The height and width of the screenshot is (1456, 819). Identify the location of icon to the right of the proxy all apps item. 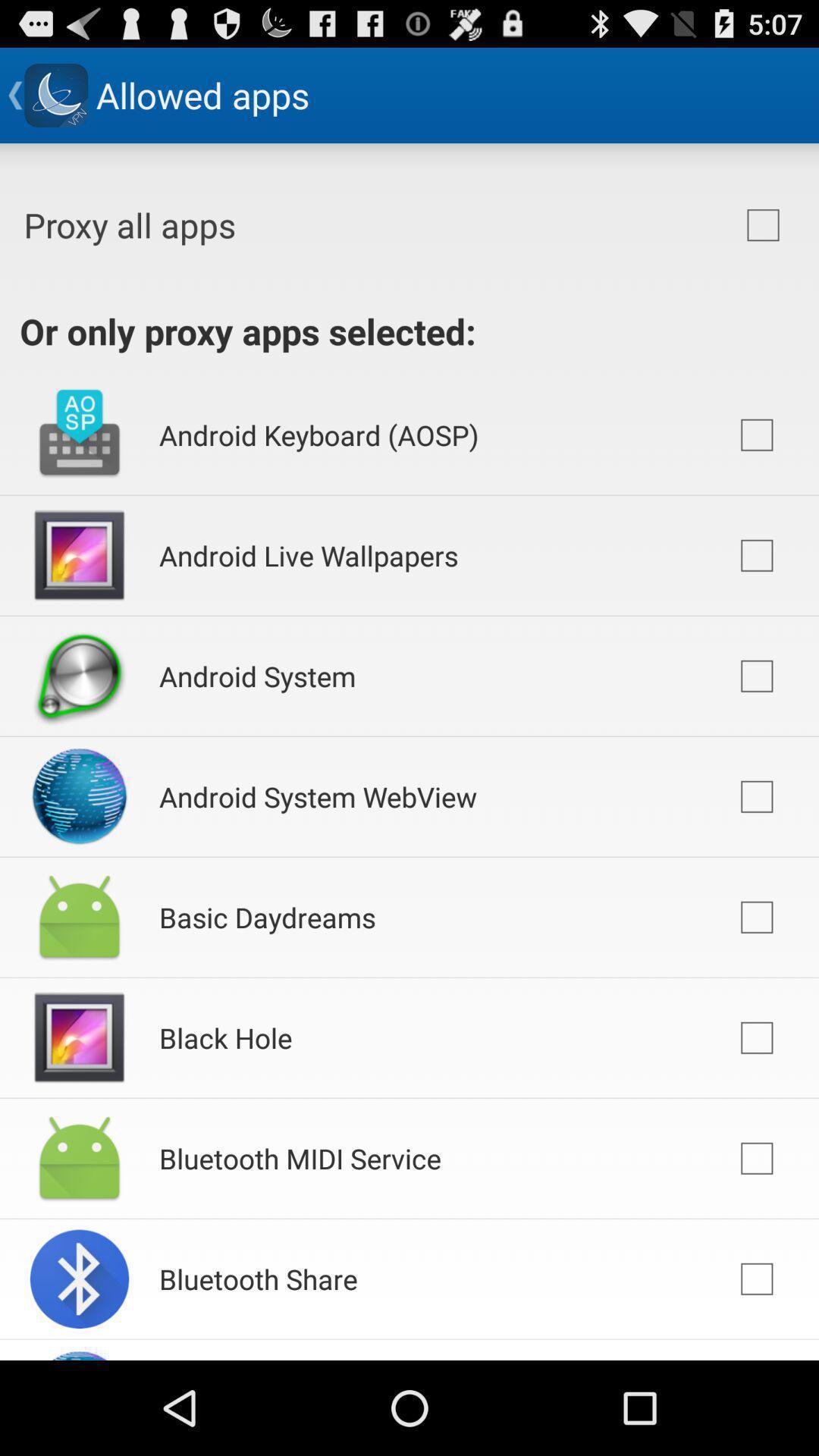
(763, 224).